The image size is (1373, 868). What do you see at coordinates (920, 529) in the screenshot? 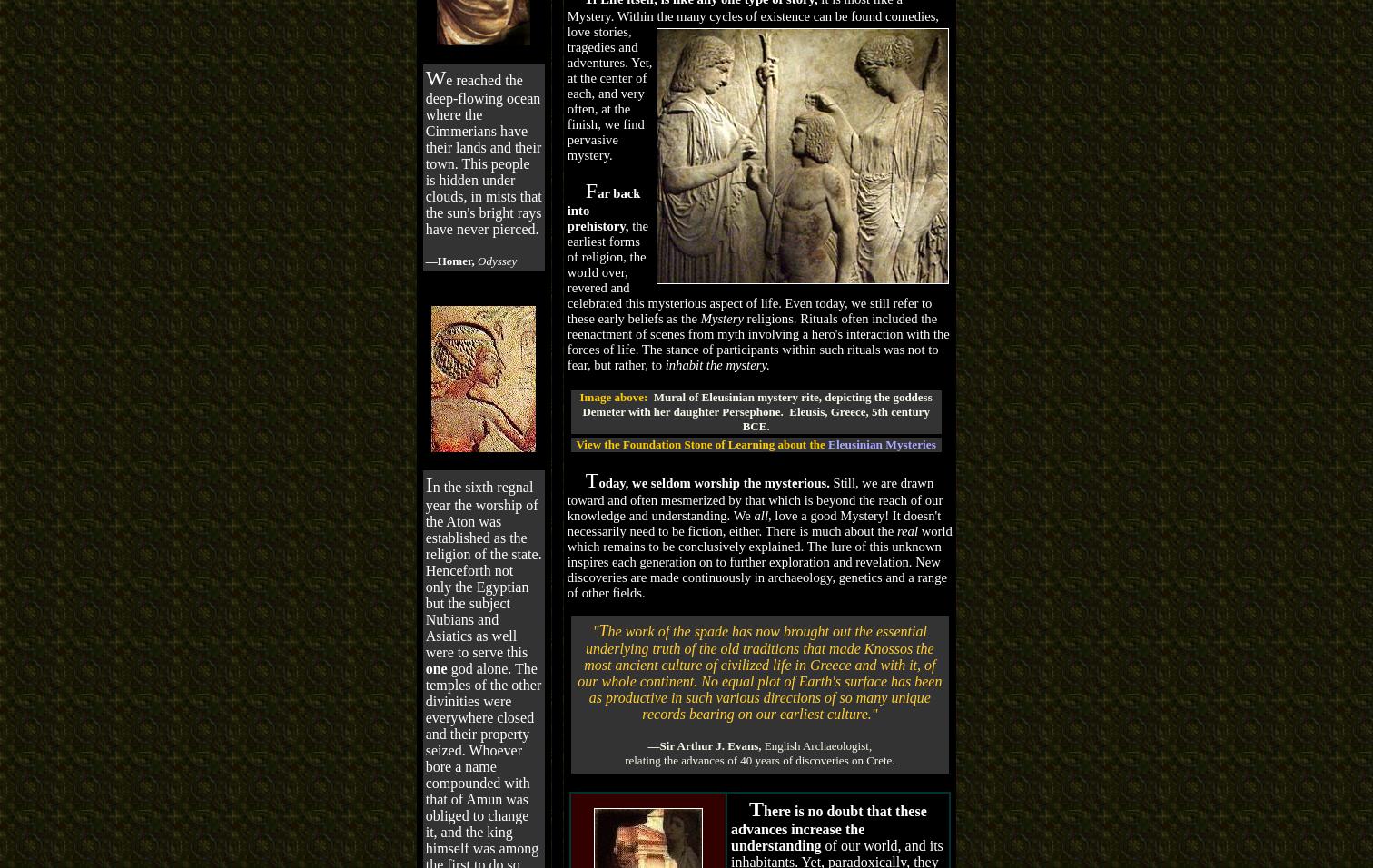
I see `'world'` at bounding box center [920, 529].